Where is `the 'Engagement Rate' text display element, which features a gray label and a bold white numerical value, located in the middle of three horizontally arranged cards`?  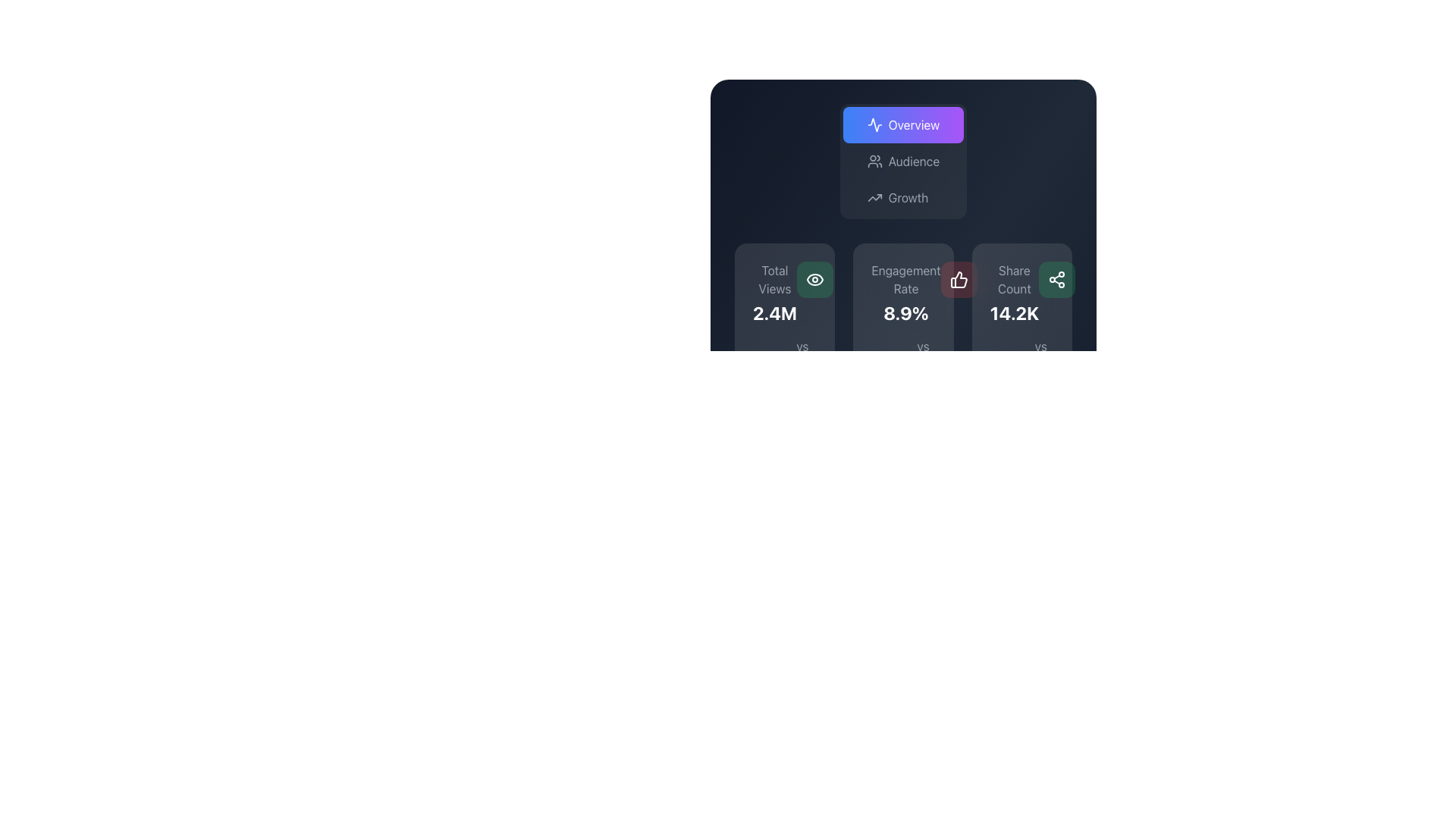
the 'Engagement Rate' text display element, which features a gray label and a bold white numerical value, located in the middle of three horizontally arranged cards is located at coordinates (906, 293).